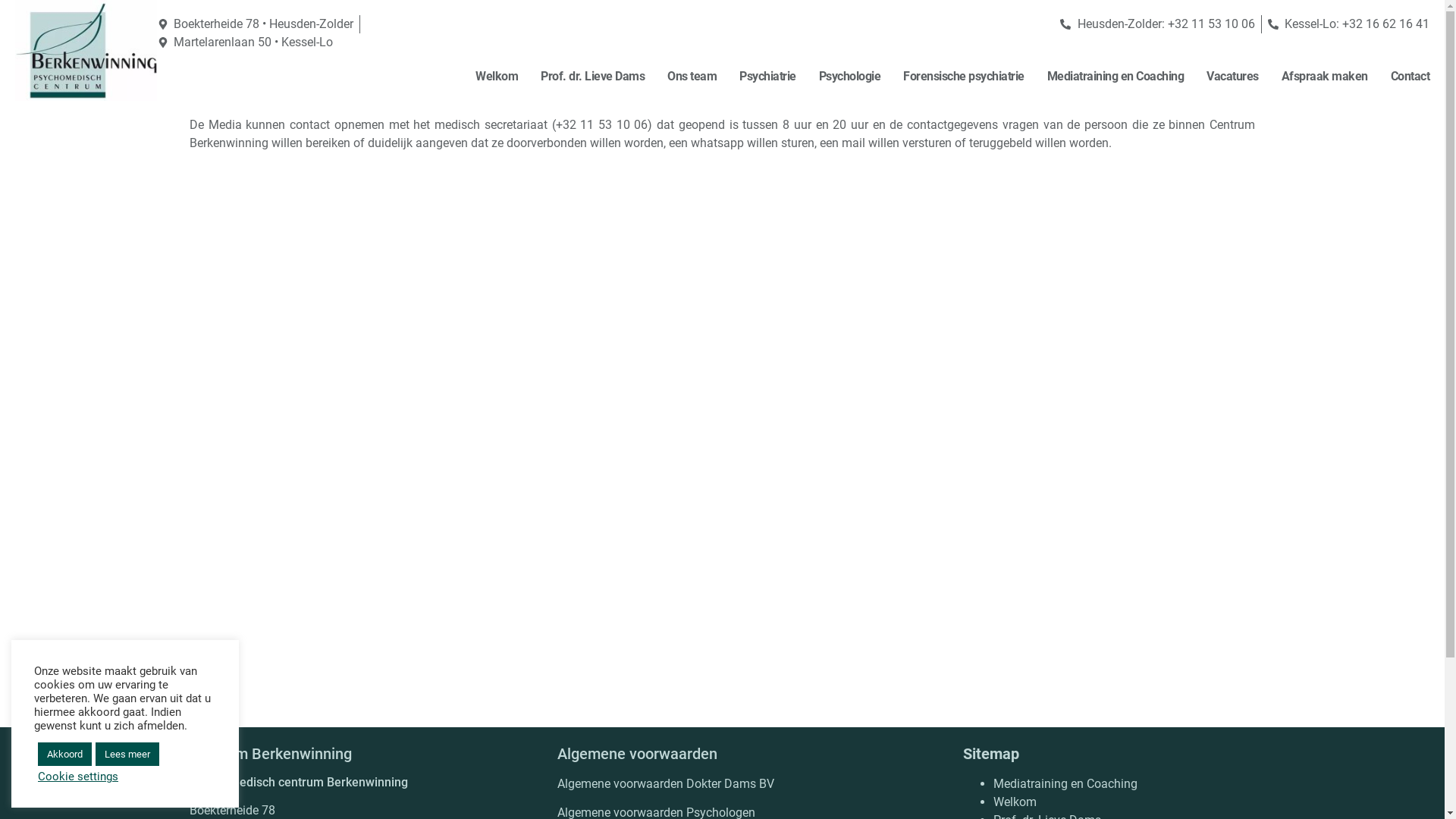 The height and width of the screenshot is (819, 1456). What do you see at coordinates (850, 76) in the screenshot?
I see `'Psychologie'` at bounding box center [850, 76].